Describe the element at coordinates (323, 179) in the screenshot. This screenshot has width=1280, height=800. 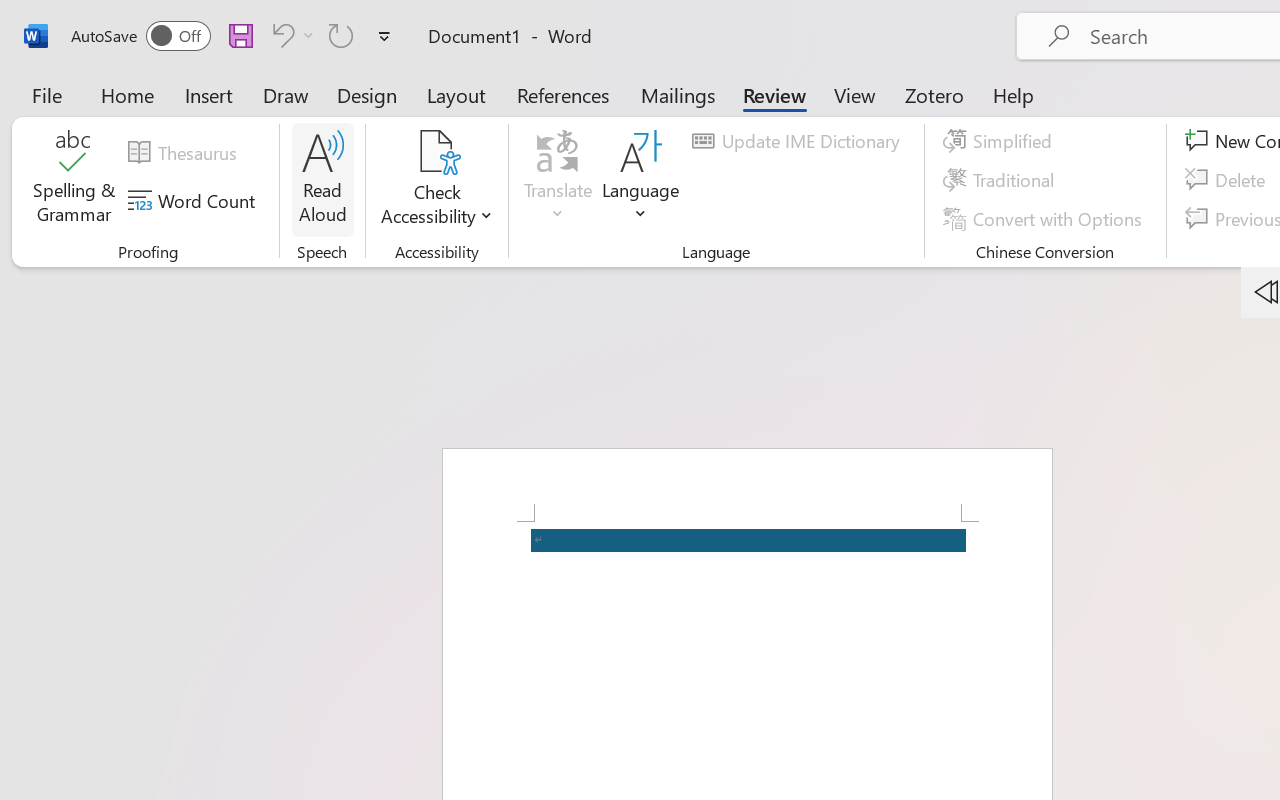
I see `'Read Aloud'` at that location.